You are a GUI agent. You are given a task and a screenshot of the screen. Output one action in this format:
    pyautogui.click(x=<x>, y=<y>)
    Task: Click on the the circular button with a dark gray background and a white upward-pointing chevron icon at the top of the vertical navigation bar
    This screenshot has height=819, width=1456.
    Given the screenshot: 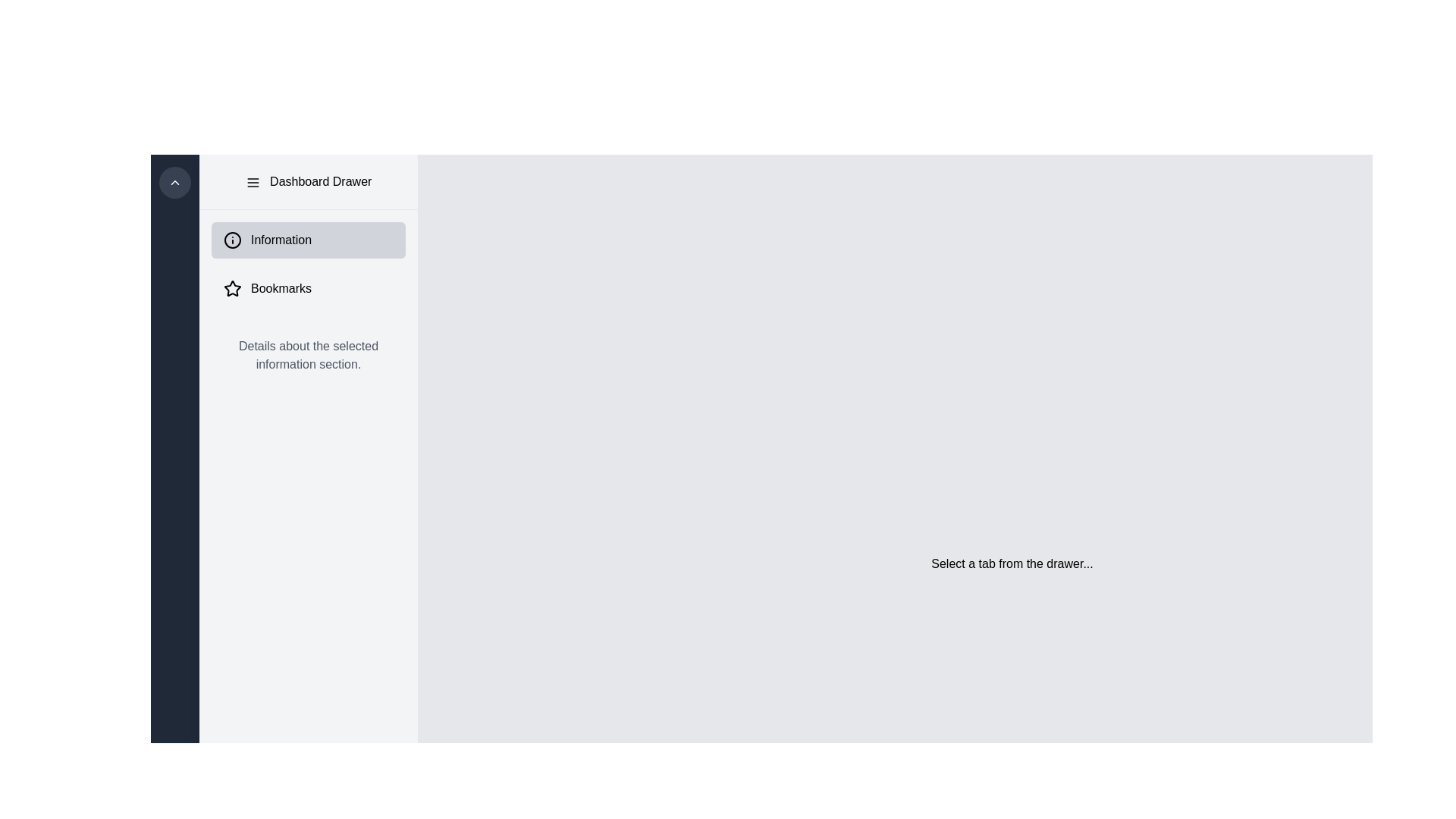 What is the action you would take?
    pyautogui.click(x=174, y=181)
    